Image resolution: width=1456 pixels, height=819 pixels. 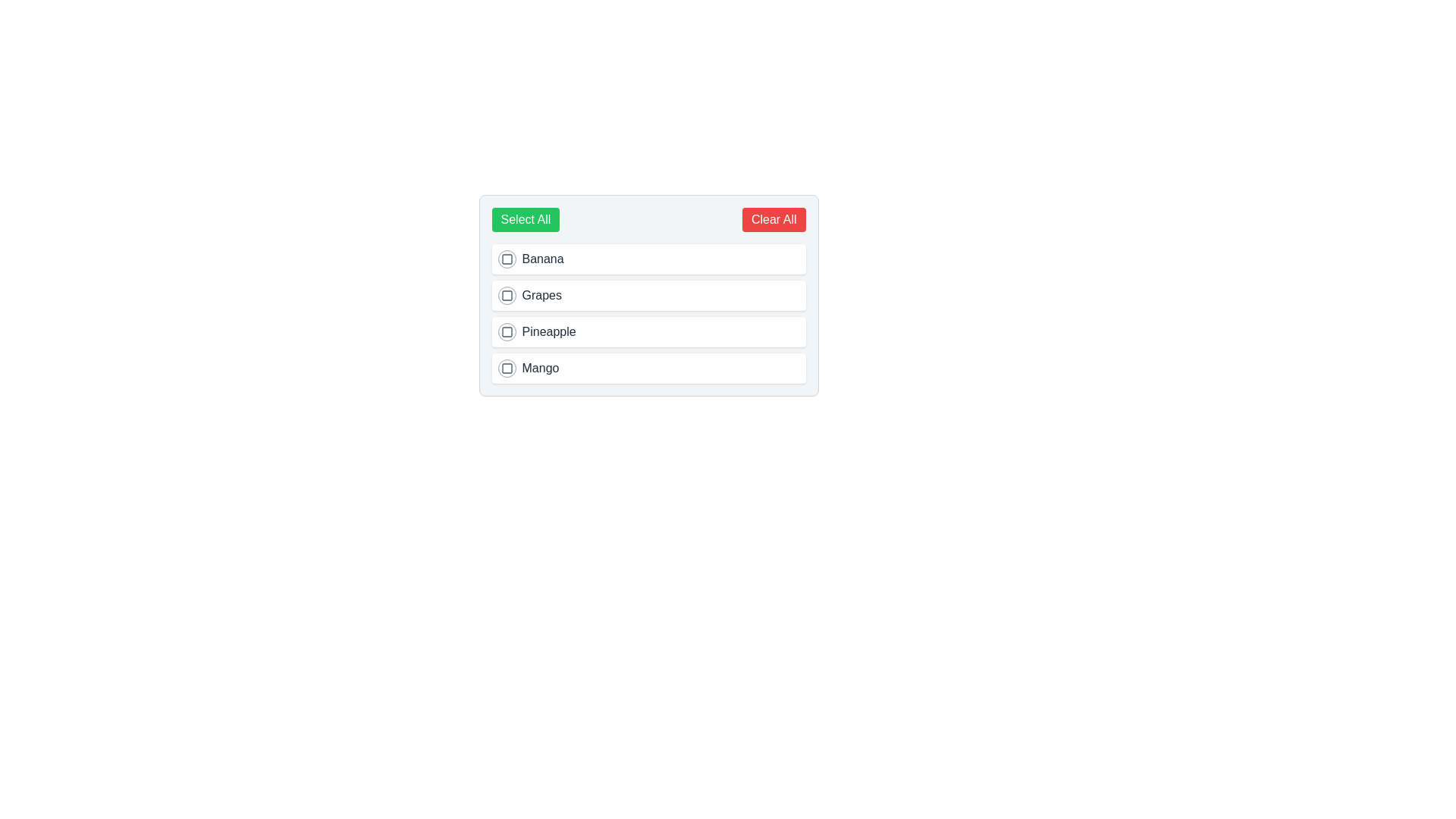 I want to click on the checkbox, so click(x=507, y=295).